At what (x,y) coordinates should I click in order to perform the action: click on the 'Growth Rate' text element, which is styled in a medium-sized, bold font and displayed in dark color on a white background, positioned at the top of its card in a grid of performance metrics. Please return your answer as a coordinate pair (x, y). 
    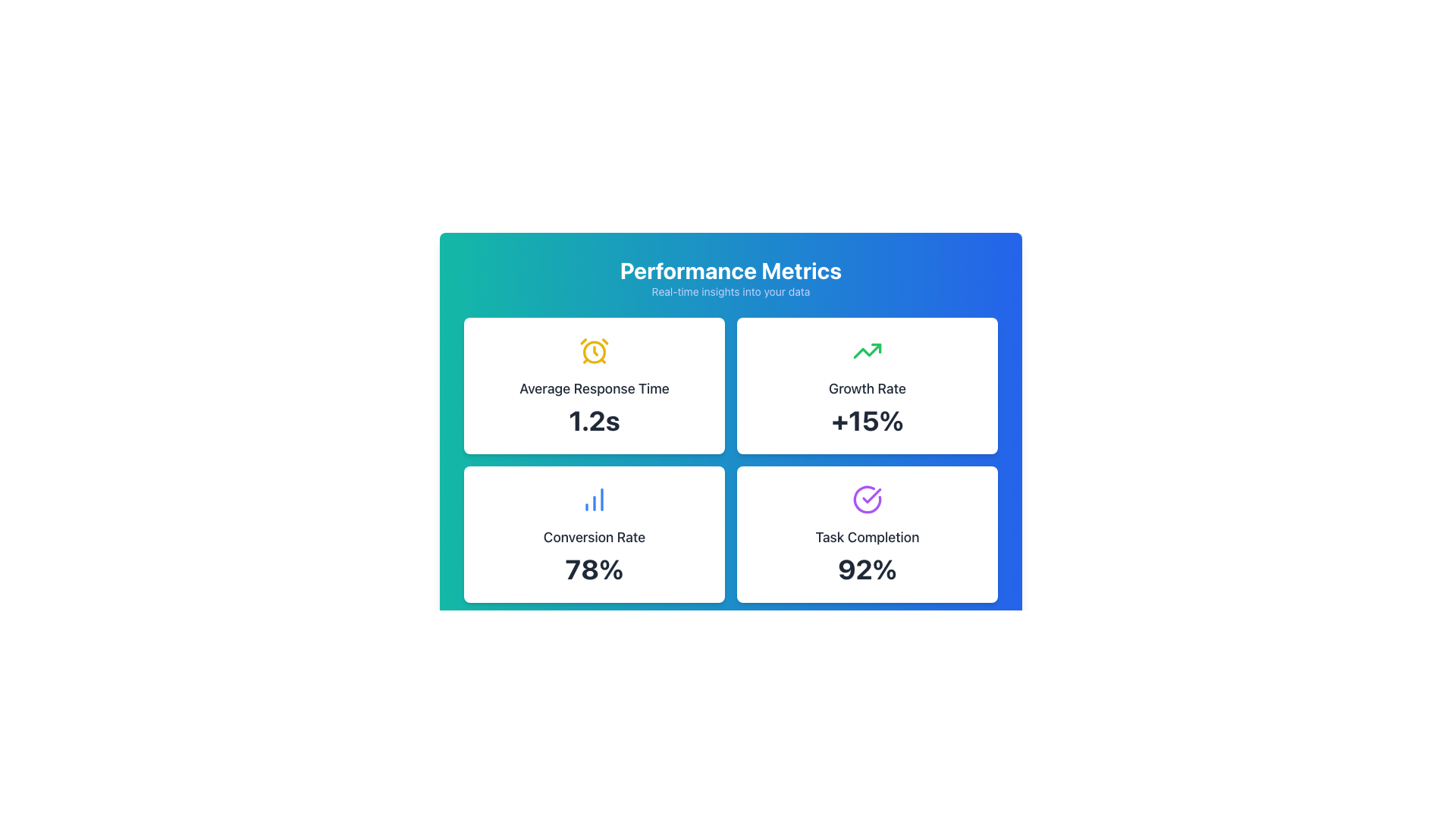
    Looking at the image, I should click on (867, 388).